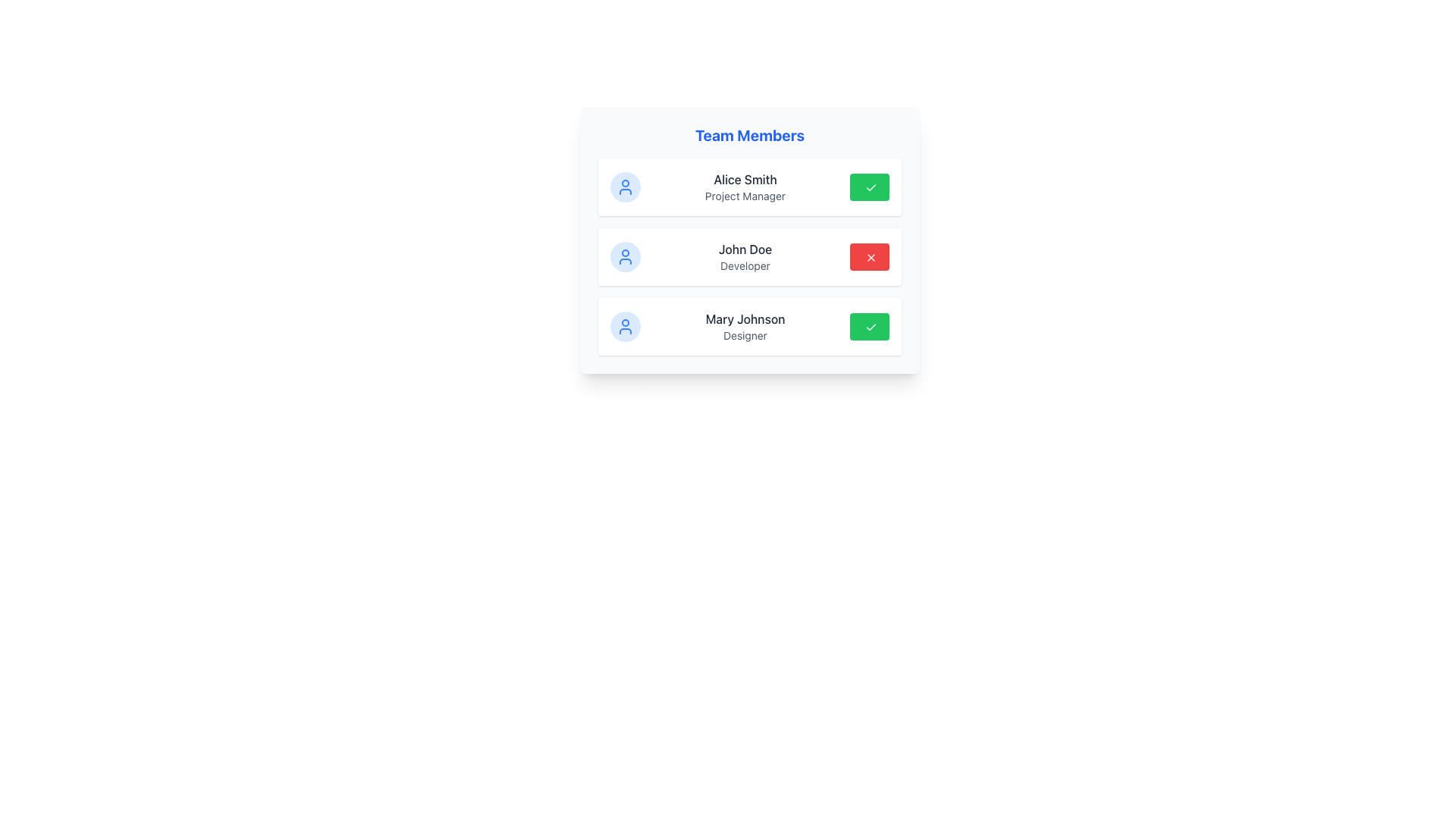 The image size is (1456, 819). Describe the element at coordinates (745, 335) in the screenshot. I see `the 'Designer' text label located directly below 'Mary Johnson' in the profile card` at that location.